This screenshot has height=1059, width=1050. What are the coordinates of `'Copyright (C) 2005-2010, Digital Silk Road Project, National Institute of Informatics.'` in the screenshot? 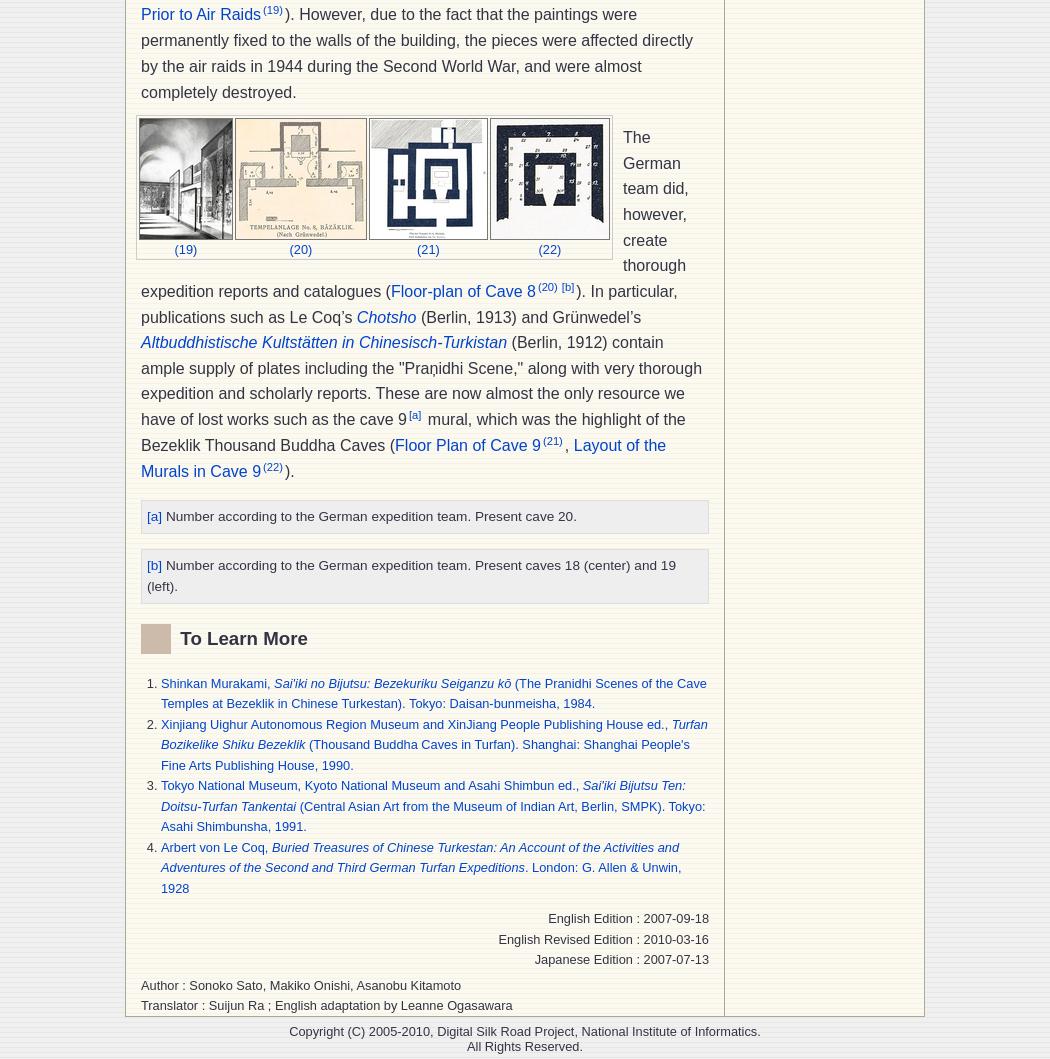 It's located at (523, 1029).